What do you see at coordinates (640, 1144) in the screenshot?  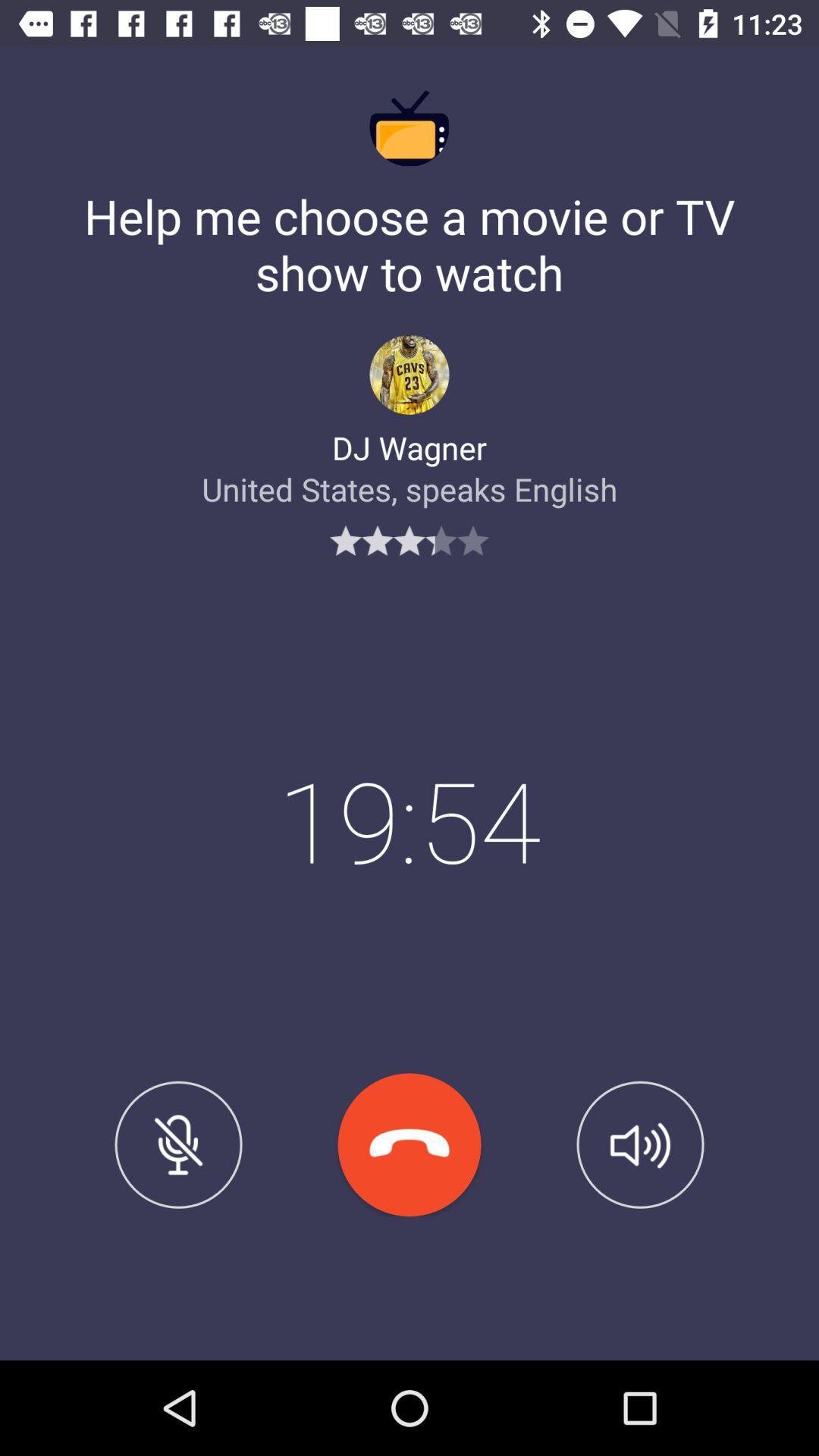 I see `volume button` at bounding box center [640, 1144].